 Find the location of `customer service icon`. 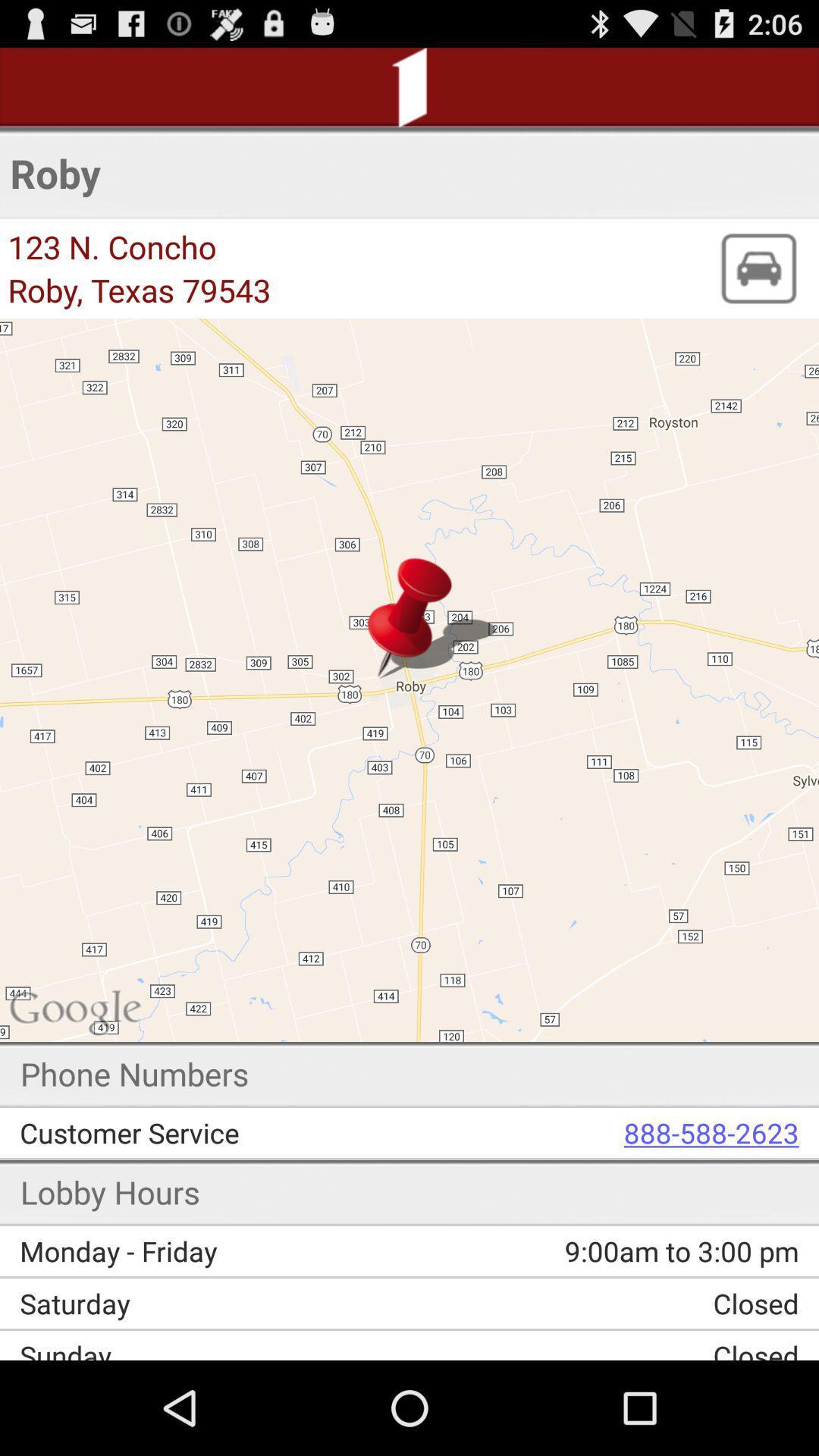

customer service icon is located at coordinates (225, 1132).